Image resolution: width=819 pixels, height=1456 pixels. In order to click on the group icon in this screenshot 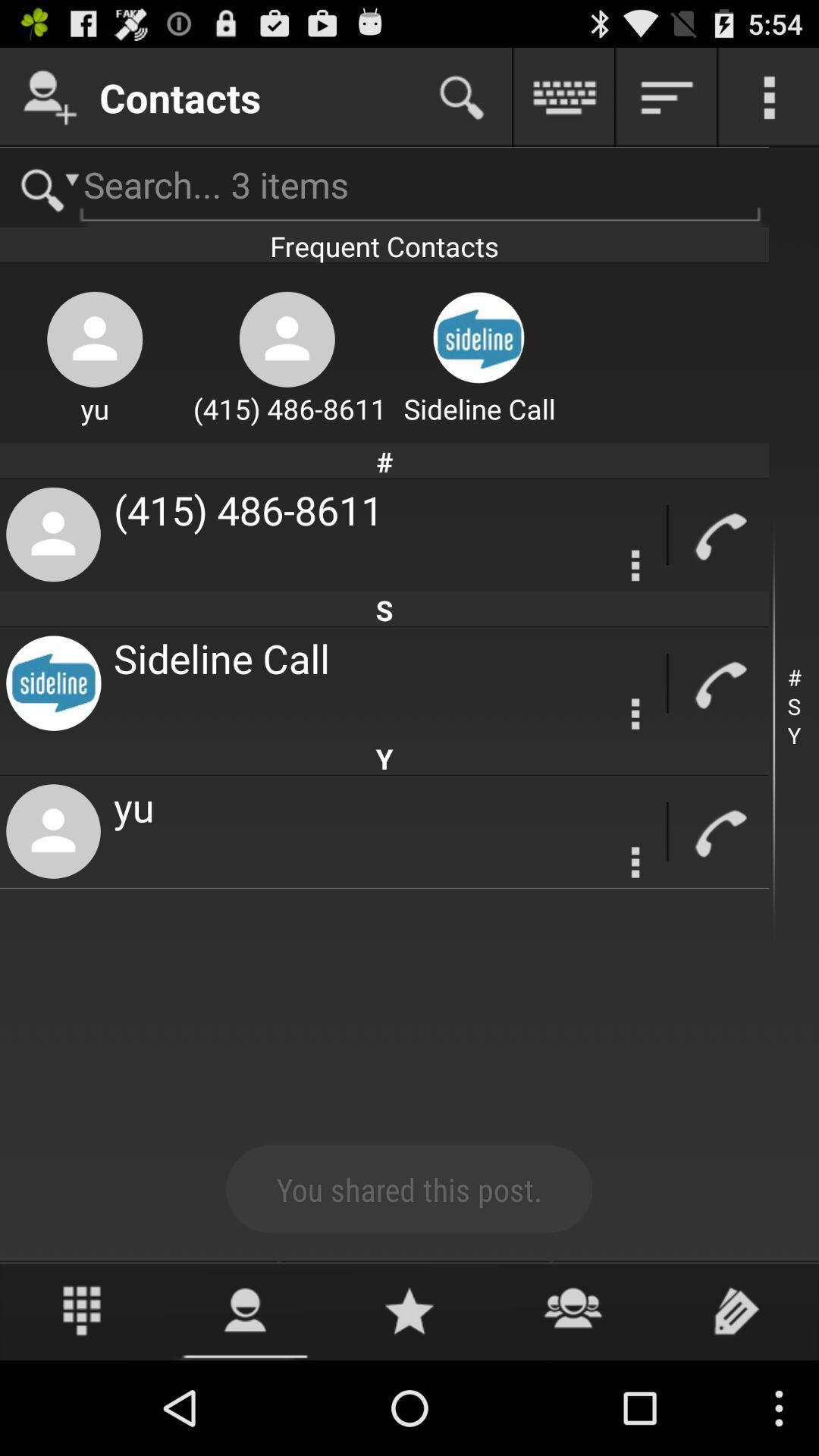, I will do `click(573, 1401)`.